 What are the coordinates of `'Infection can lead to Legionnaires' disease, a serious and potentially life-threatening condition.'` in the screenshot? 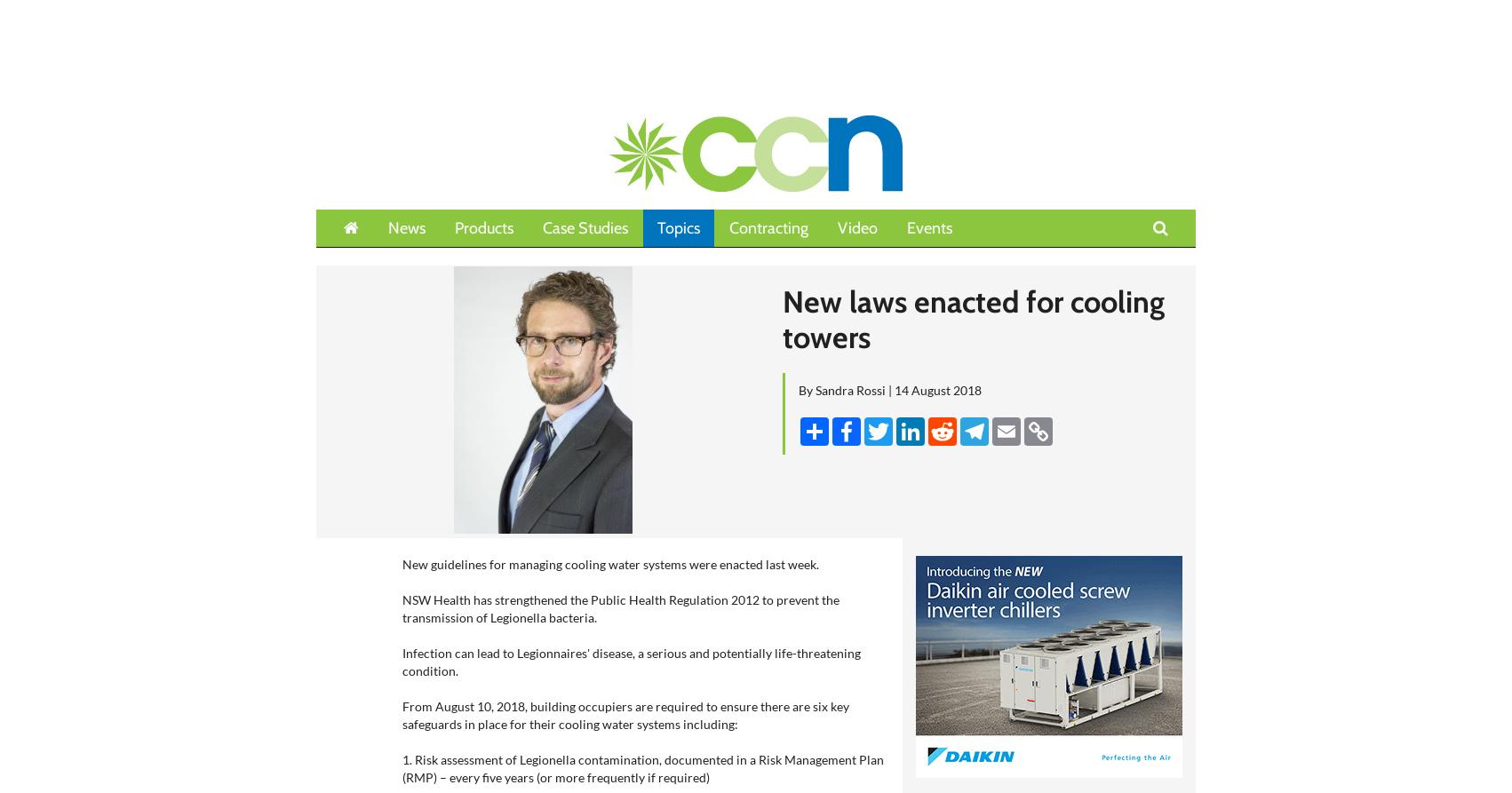 It's located at (630, 661).